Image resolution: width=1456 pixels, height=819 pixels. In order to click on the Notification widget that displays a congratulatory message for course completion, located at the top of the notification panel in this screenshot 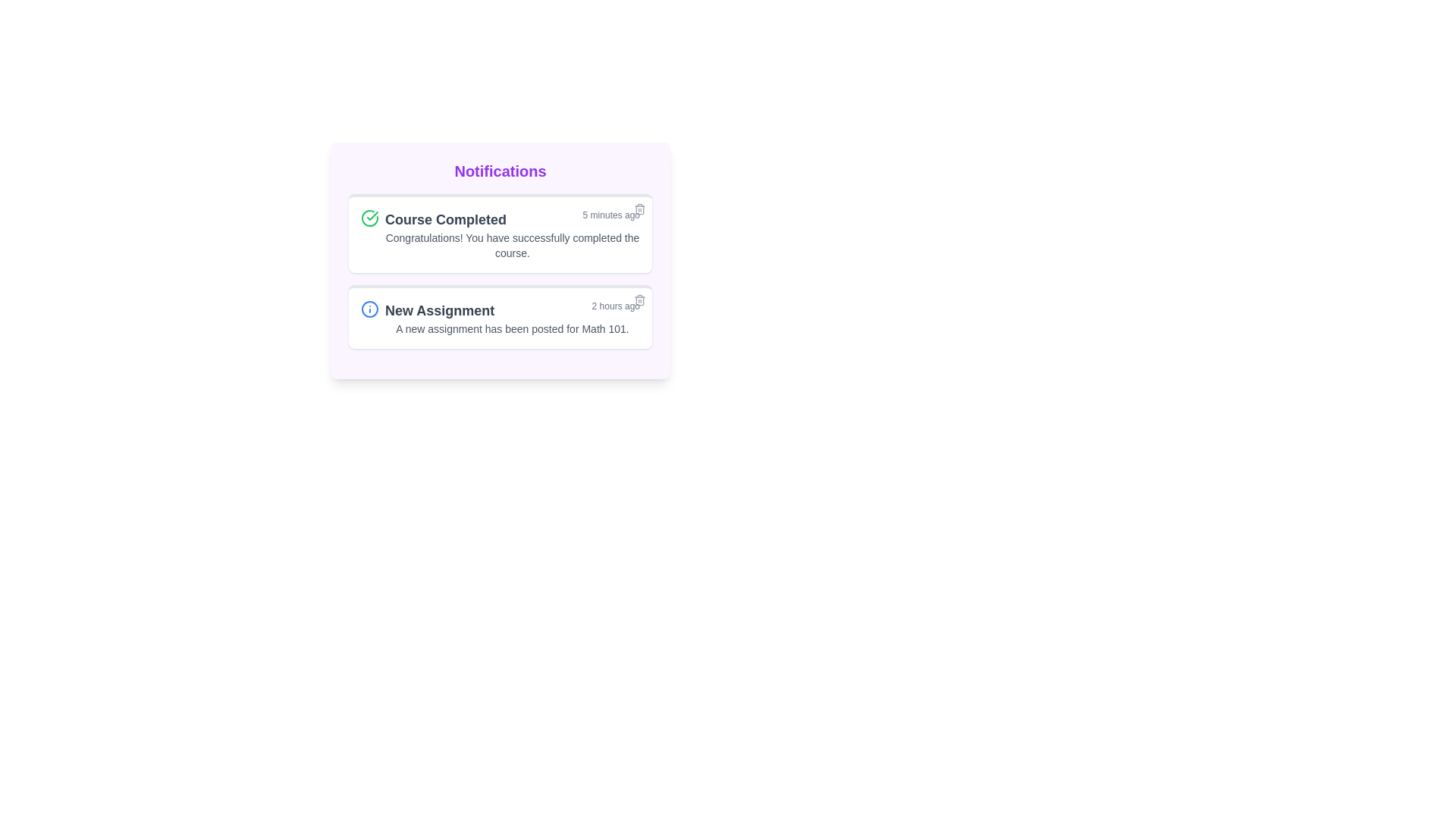, I will do `click(513, 234)`.